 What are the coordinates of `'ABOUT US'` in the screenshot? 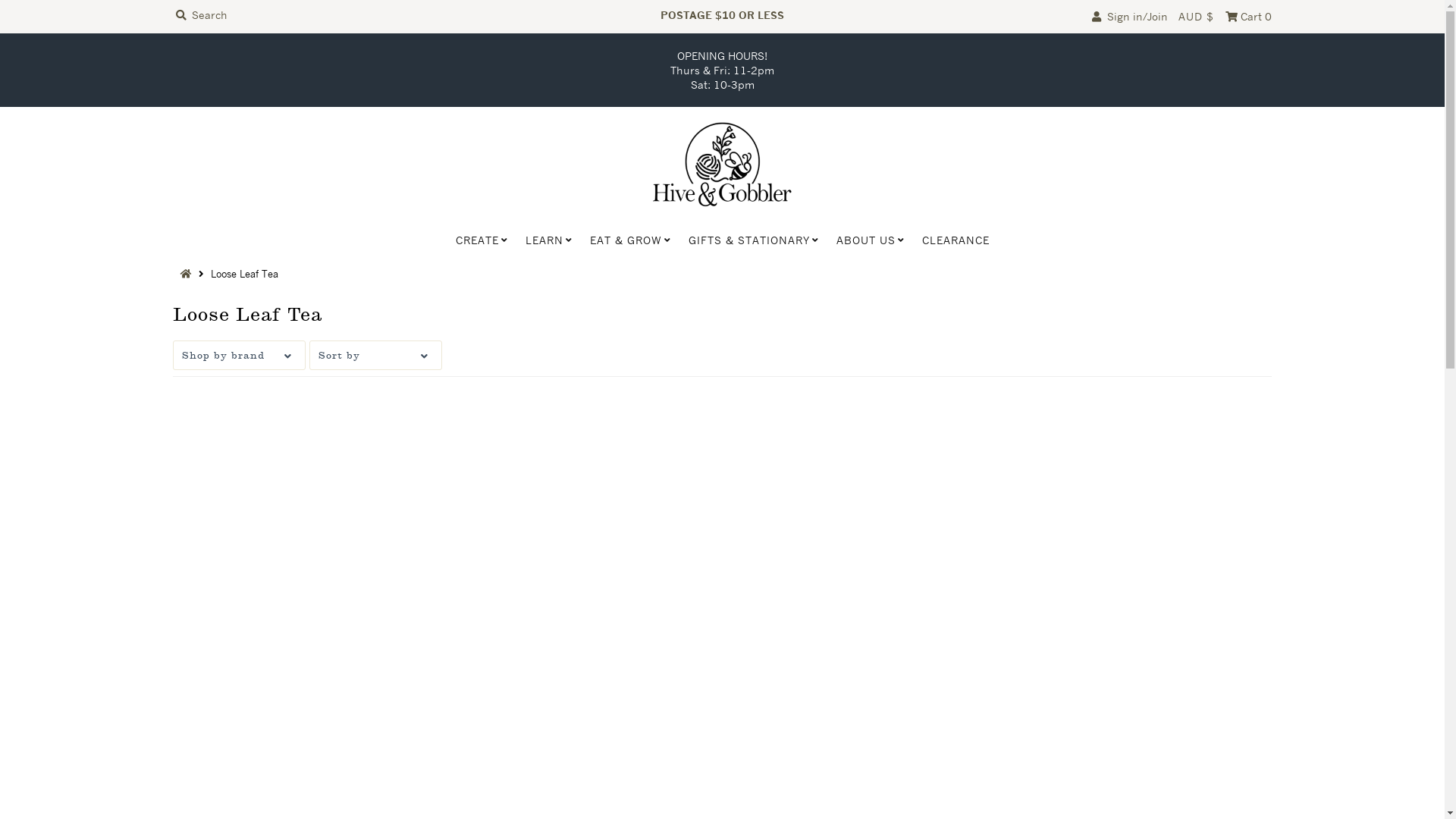 It's located at (824, 239).